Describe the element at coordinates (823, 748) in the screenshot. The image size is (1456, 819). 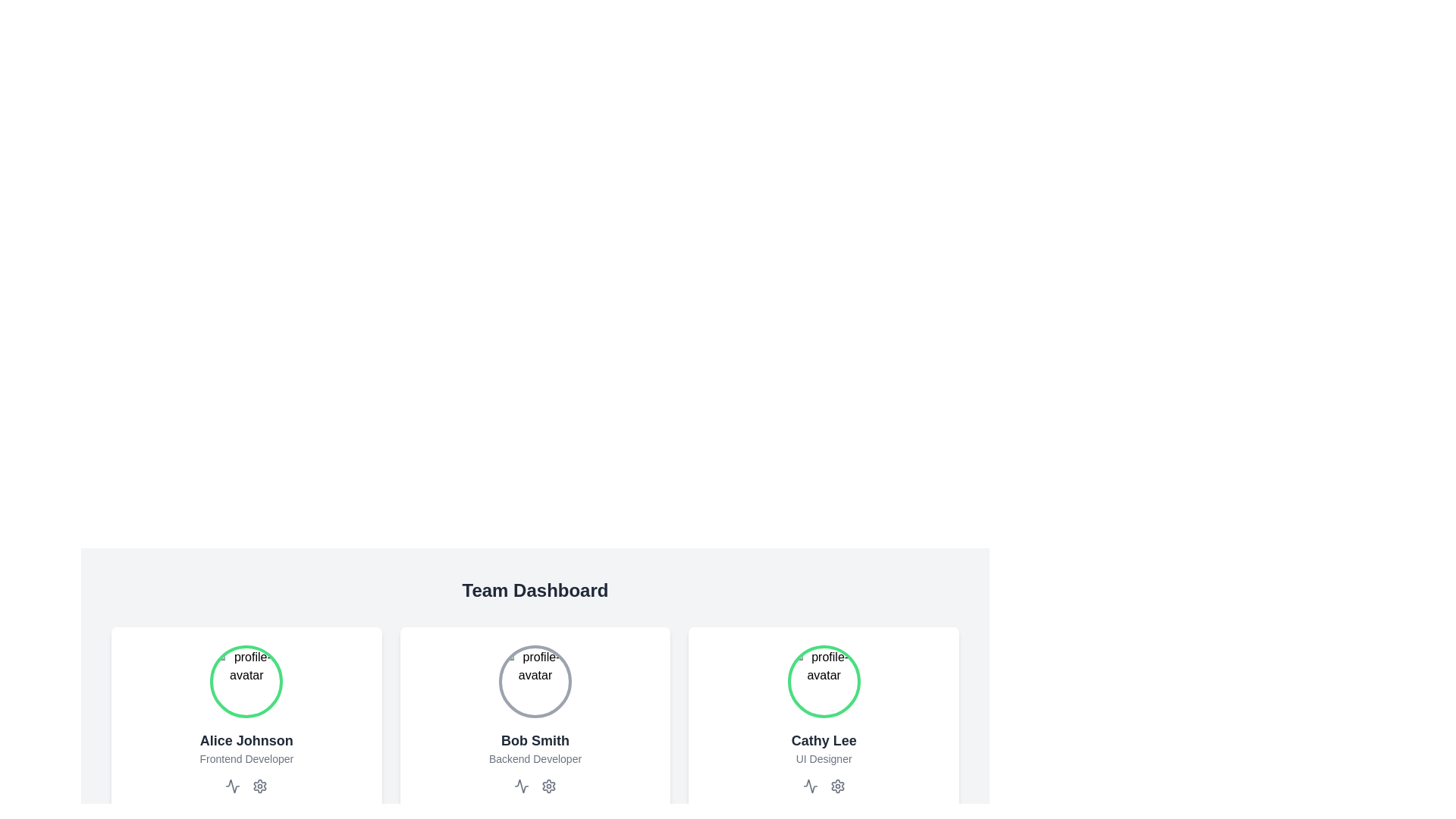
I see `the Text display block that provides the name and role of the individual in the third profile card, located at the far right of the row, directly below the circular profile picture` at that location.